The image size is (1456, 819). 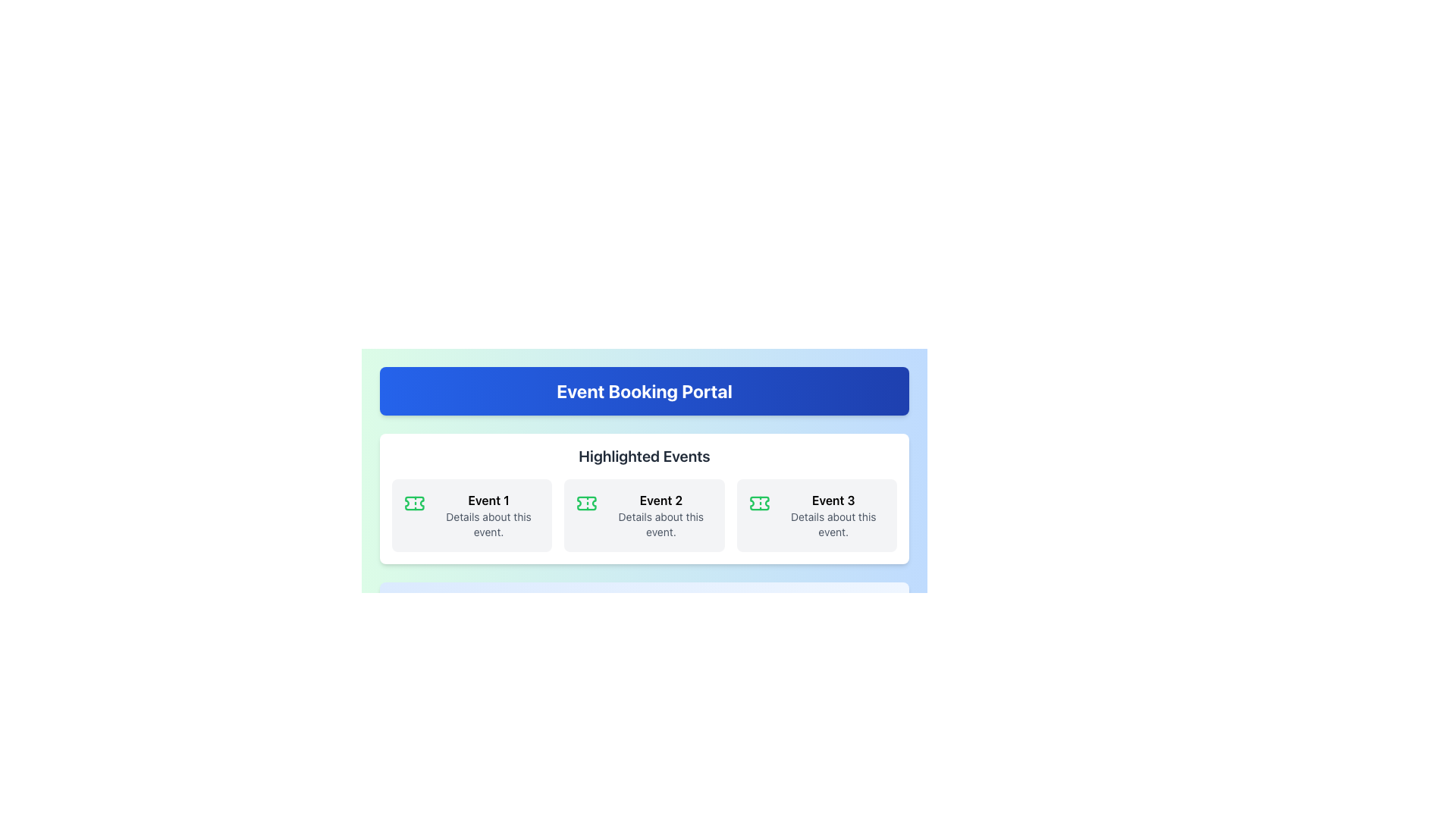 What do you see at coordinates (644, 514) in the screenshot?
I see `details of the second Informational card in the grid layout under the heading 'Highlighted Events'` at bounding box center [644, 514].